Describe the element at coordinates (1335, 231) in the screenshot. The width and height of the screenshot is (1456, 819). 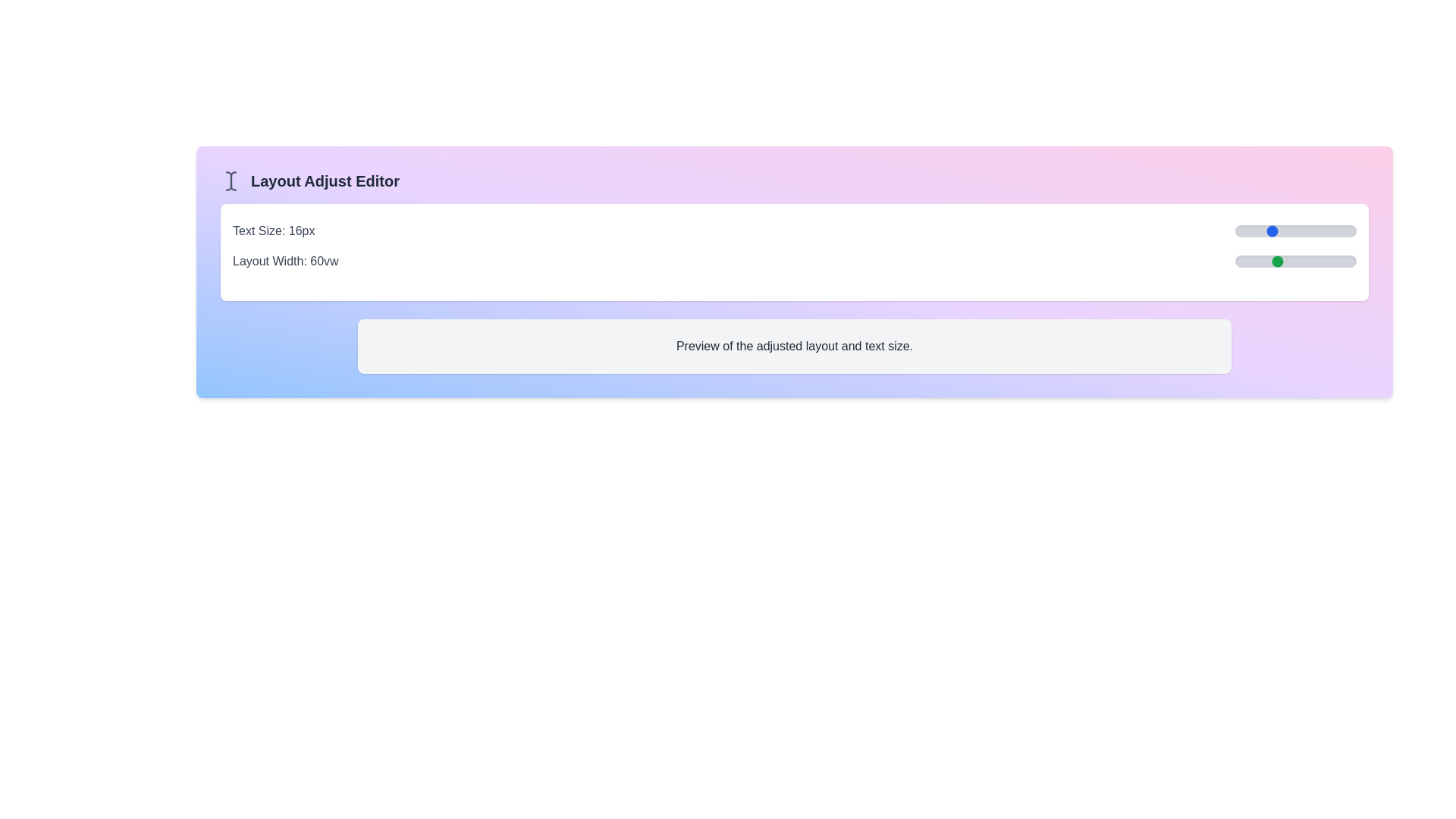
I see `the slider` at that location.